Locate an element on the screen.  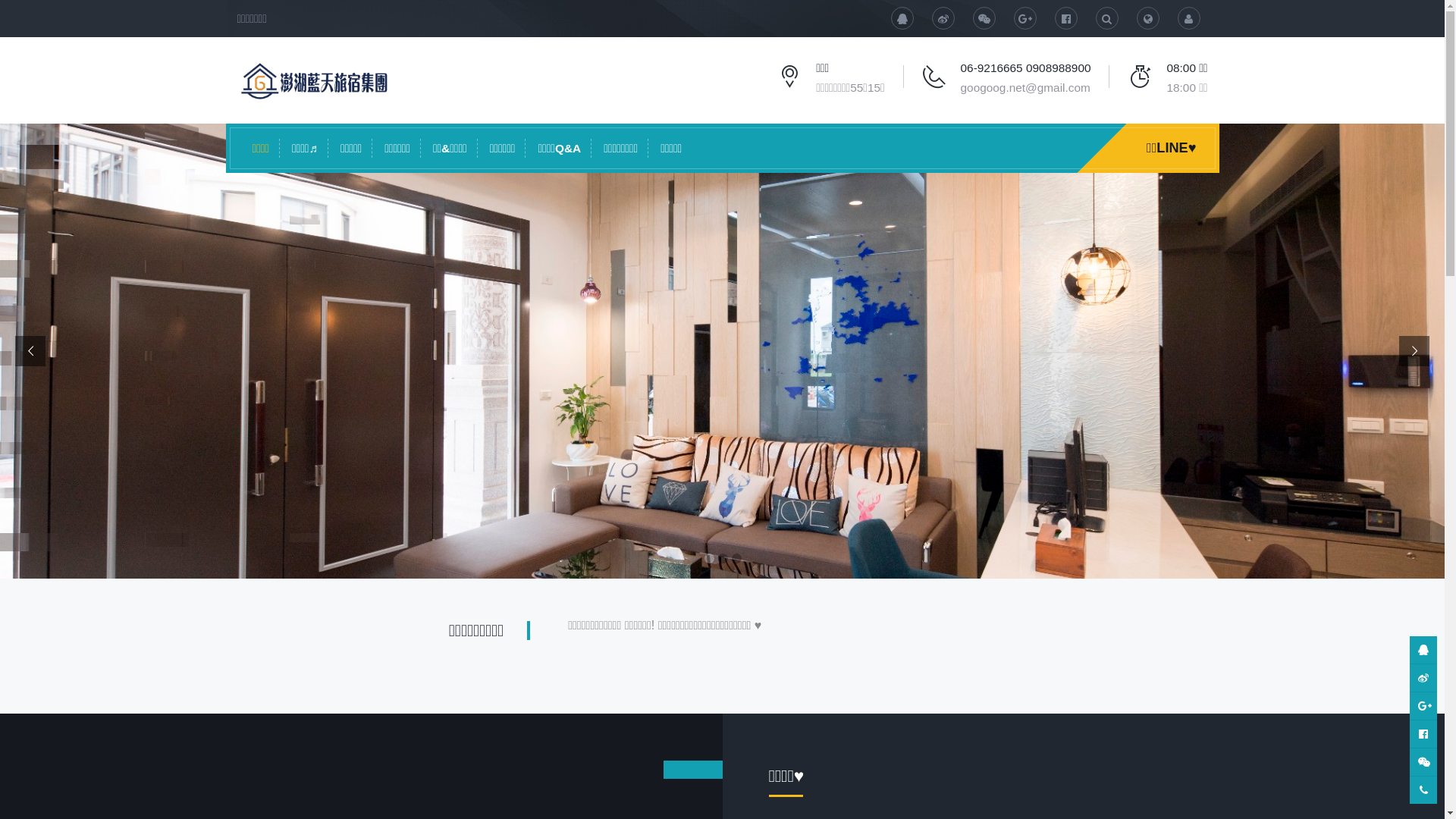
'Toggle Search' is located at coordinates (1106, 17).